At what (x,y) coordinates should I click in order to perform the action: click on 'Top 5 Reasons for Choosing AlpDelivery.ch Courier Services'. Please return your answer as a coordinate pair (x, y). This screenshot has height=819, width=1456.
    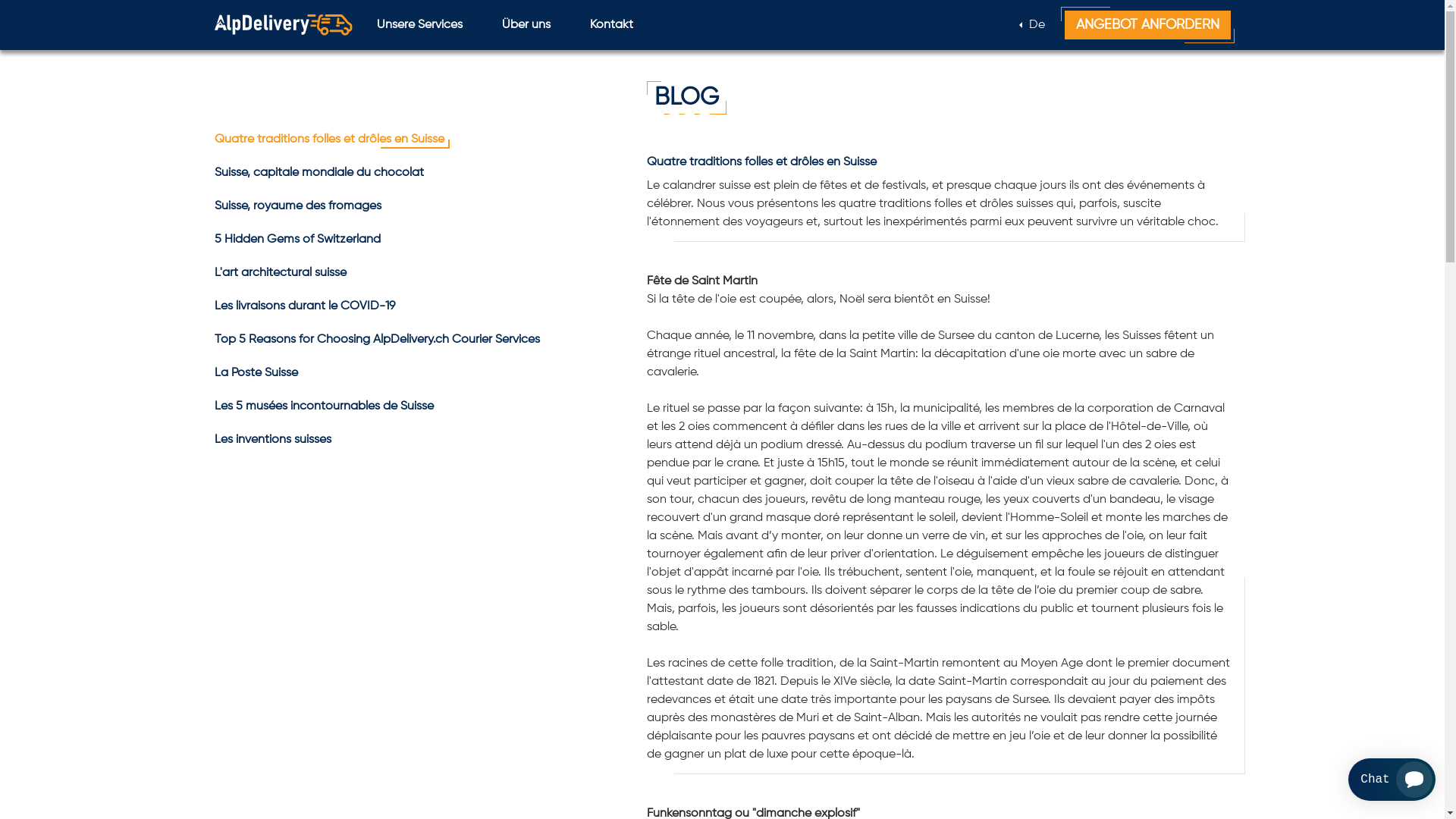
    Looking at the image, I should click on (376, 338).